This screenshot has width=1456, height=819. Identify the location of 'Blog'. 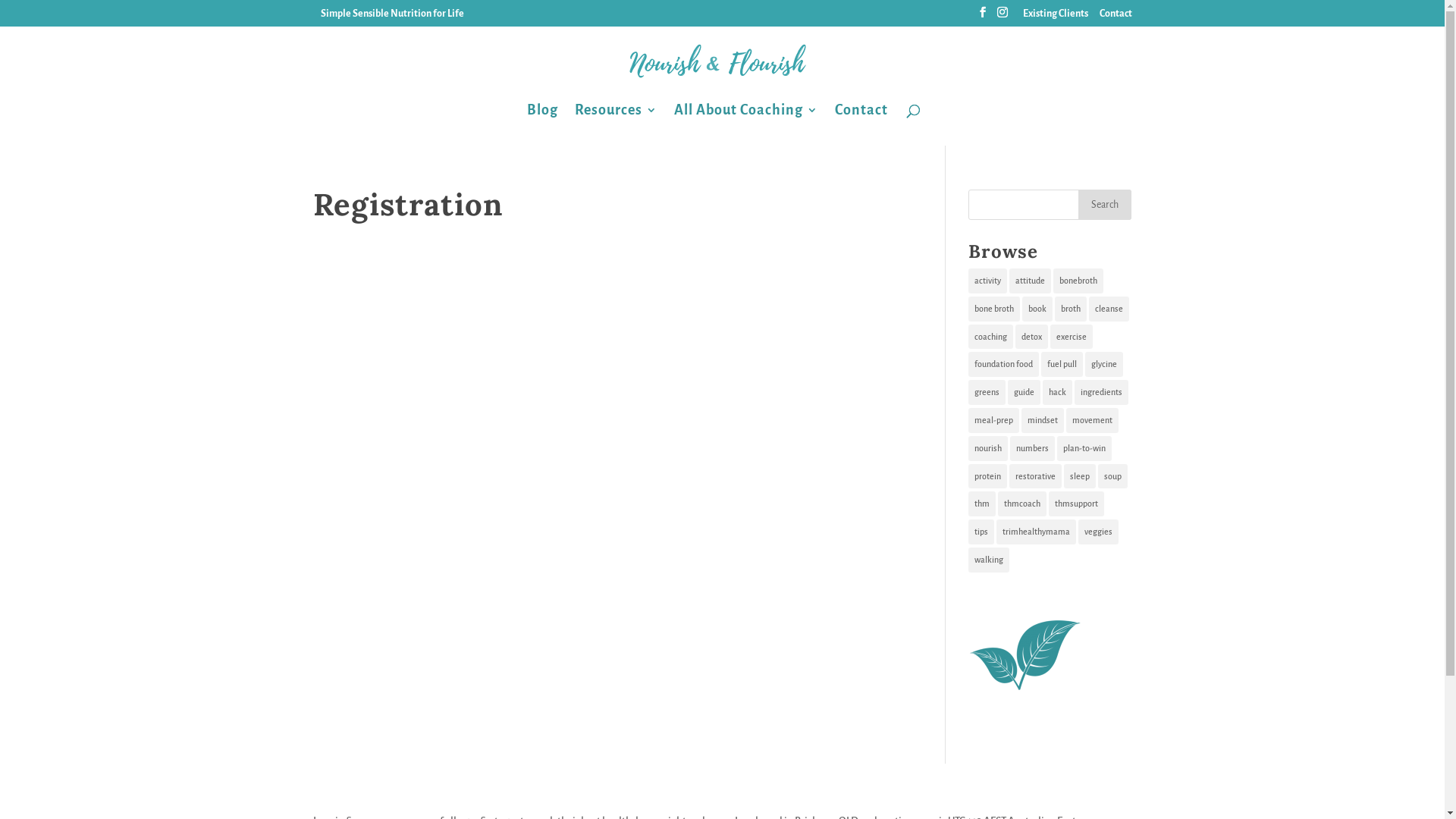
(541, 124).